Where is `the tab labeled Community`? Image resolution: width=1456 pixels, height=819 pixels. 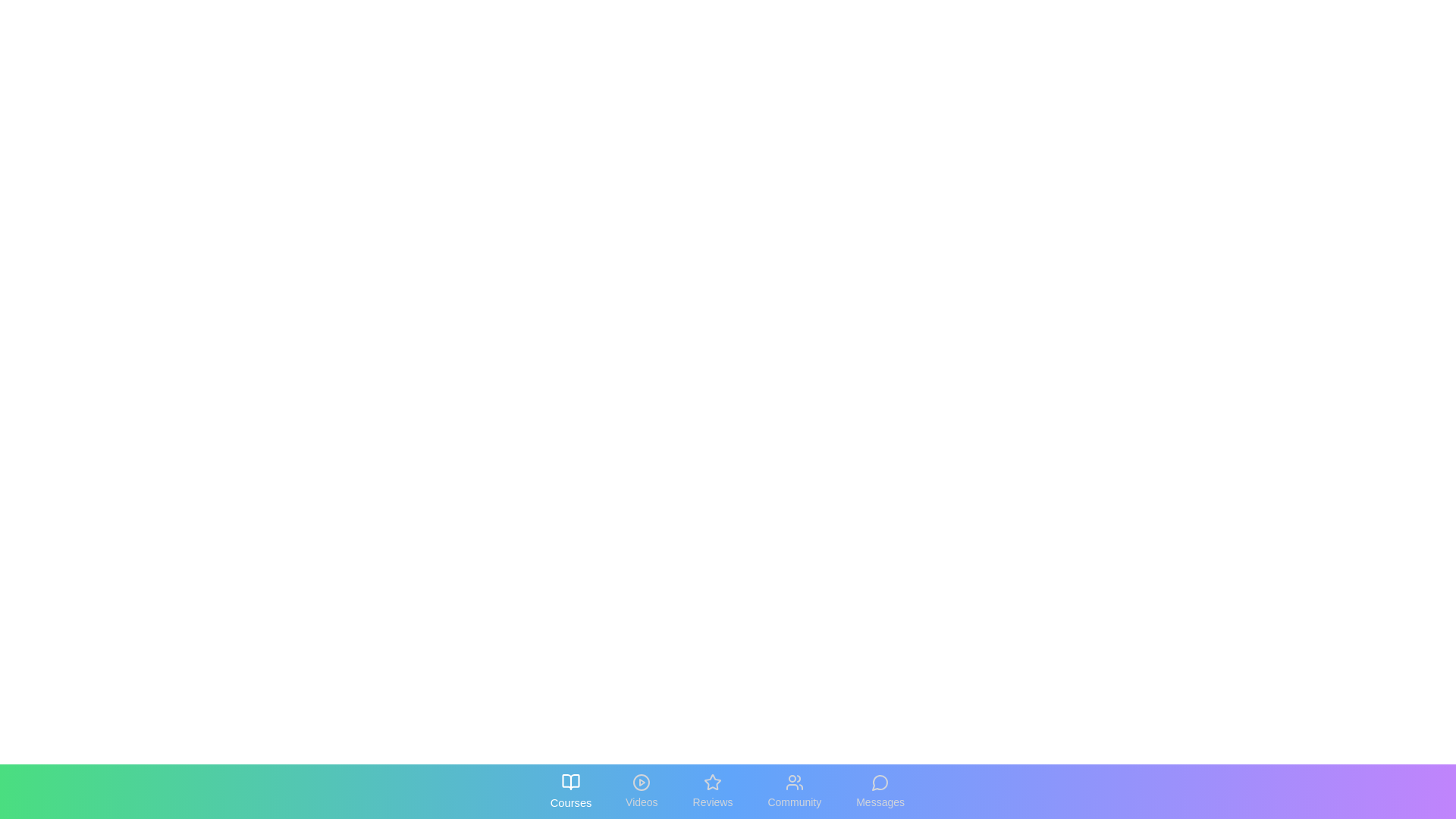 the tab labeled Community is located at coordinates (793, 791).